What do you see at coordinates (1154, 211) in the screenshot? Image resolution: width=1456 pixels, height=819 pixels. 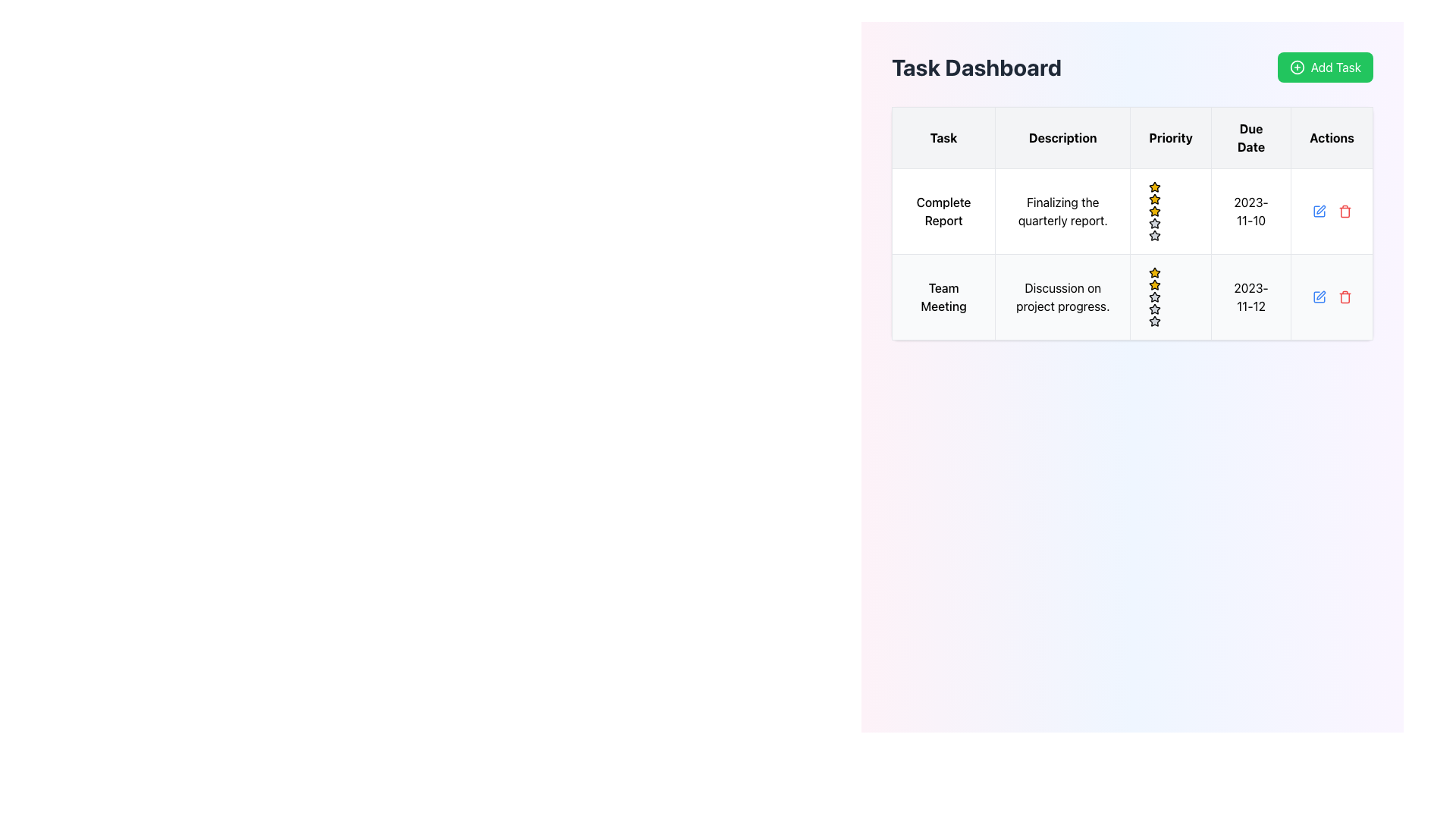 I see `the fifth rating star icon in the 'Priority' column for the 'Complete Report' task row` at bounding box center [1154, 211].